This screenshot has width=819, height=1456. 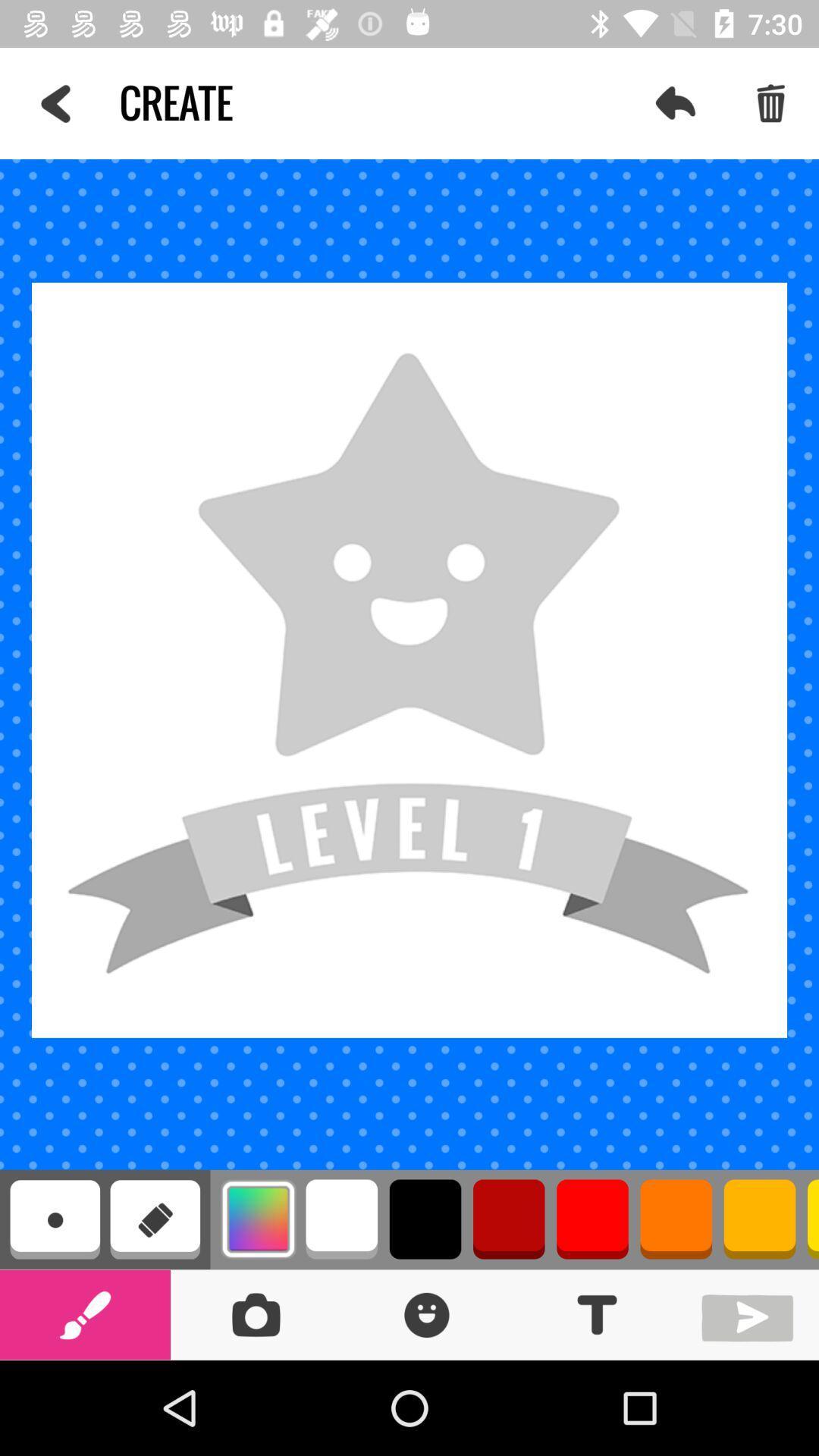 What do you see at coordinates (751, 1313) in the screenshot?
I see `the arrow_forward icon` at bounding box center [751, 1313].